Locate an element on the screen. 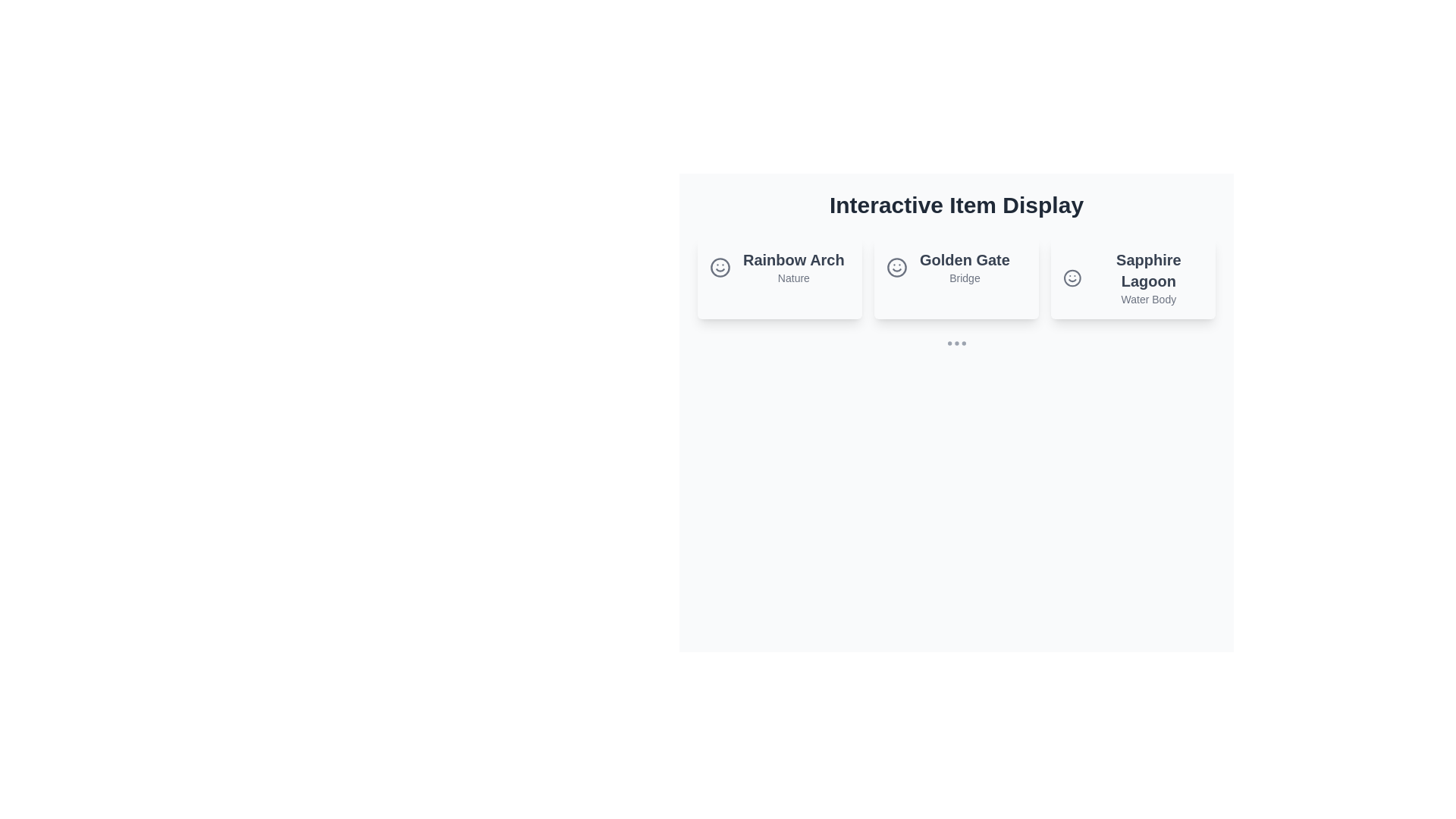 The width and height of the screenshot is (1456, 819). the Text label that displays 'Golden Gate' in bold and 'Bridge' in a smaller font, located in the second card of a horizontal set of three cards is located at coordinates (964, 267).